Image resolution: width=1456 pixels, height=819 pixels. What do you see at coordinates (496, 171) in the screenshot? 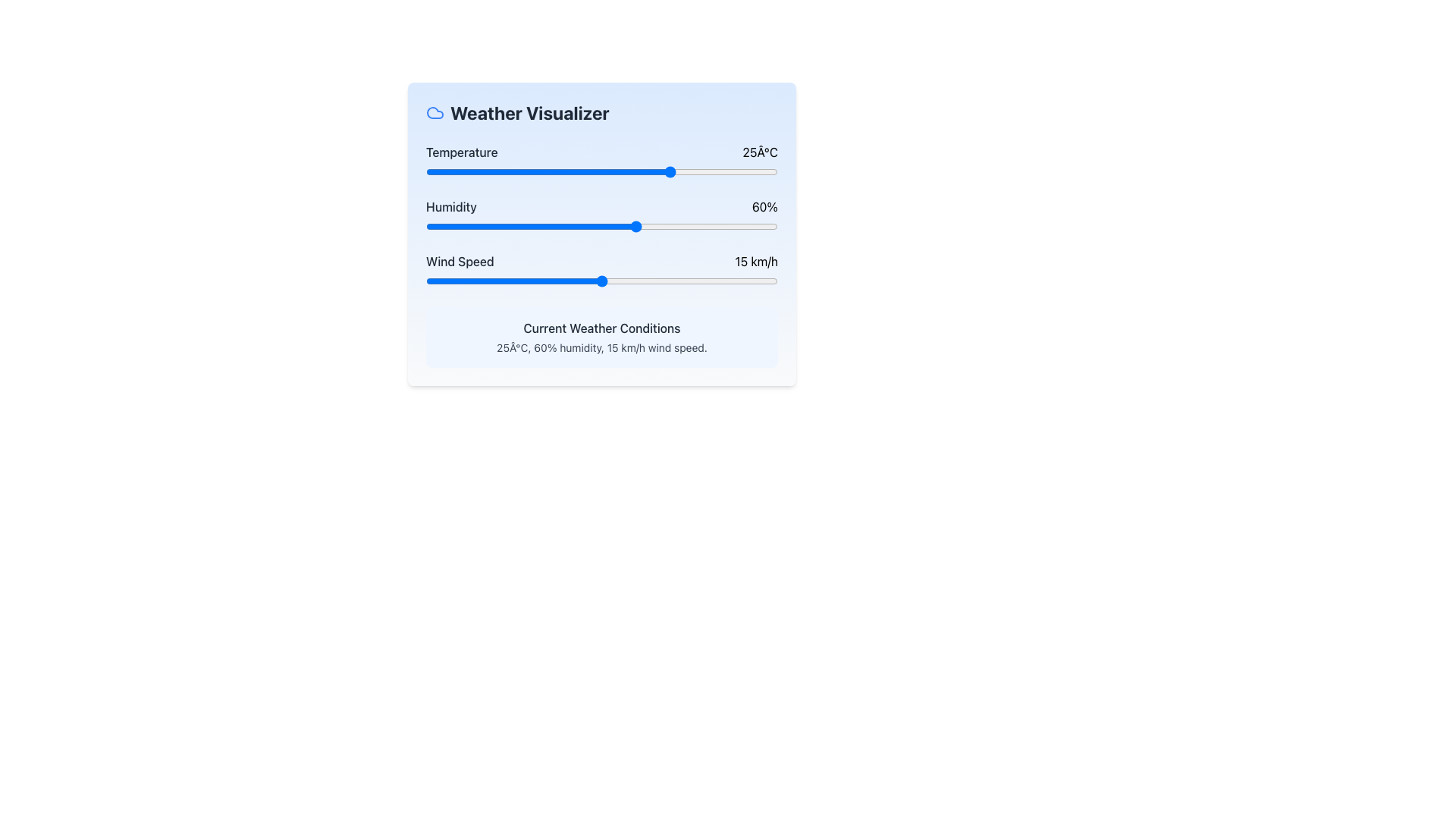
I see `the temperature slider` at bounding box center [496, 171].